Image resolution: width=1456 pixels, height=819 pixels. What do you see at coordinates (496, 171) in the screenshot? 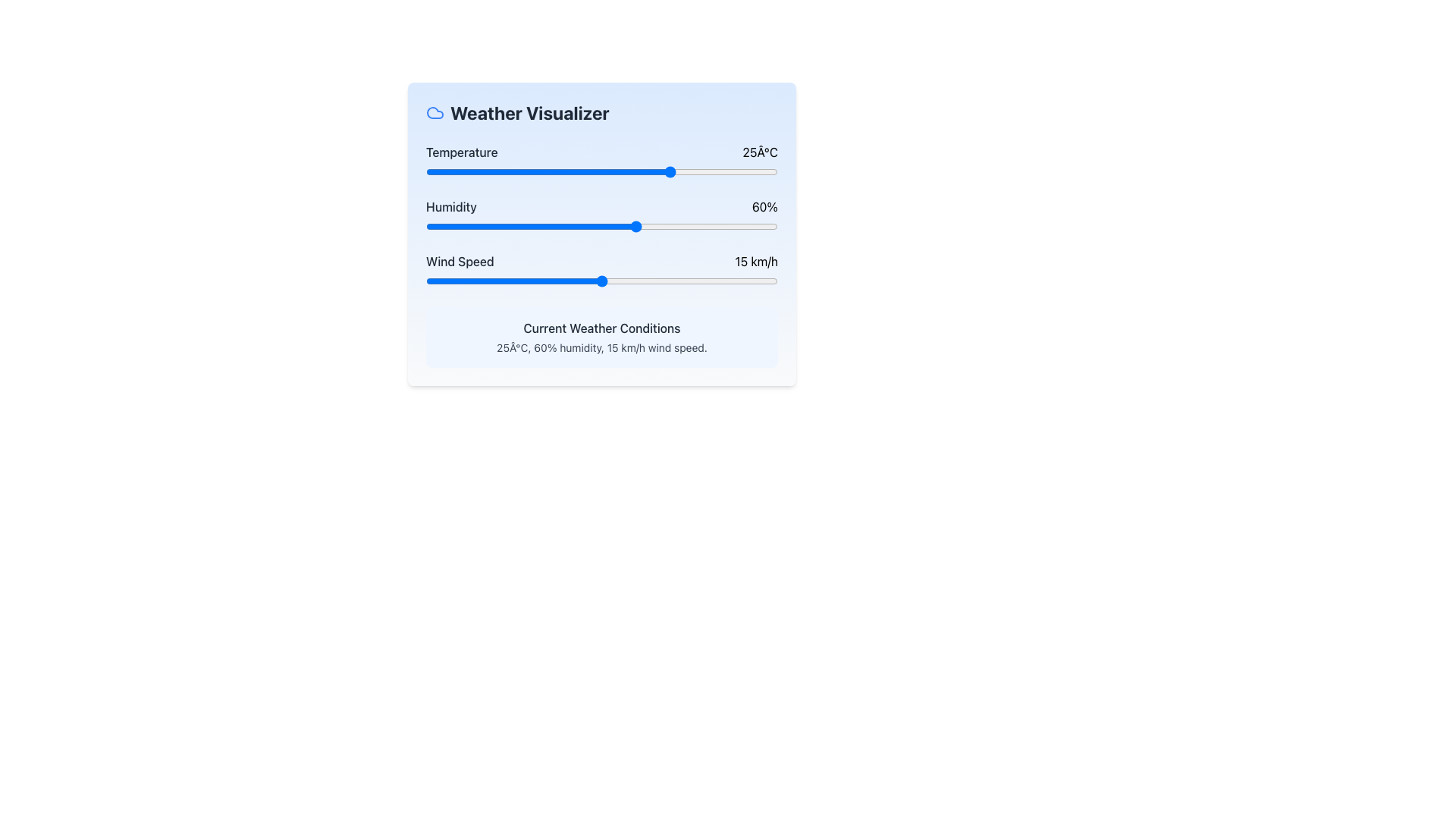
I see `the temperature slider` at bounding box center [496, 171].